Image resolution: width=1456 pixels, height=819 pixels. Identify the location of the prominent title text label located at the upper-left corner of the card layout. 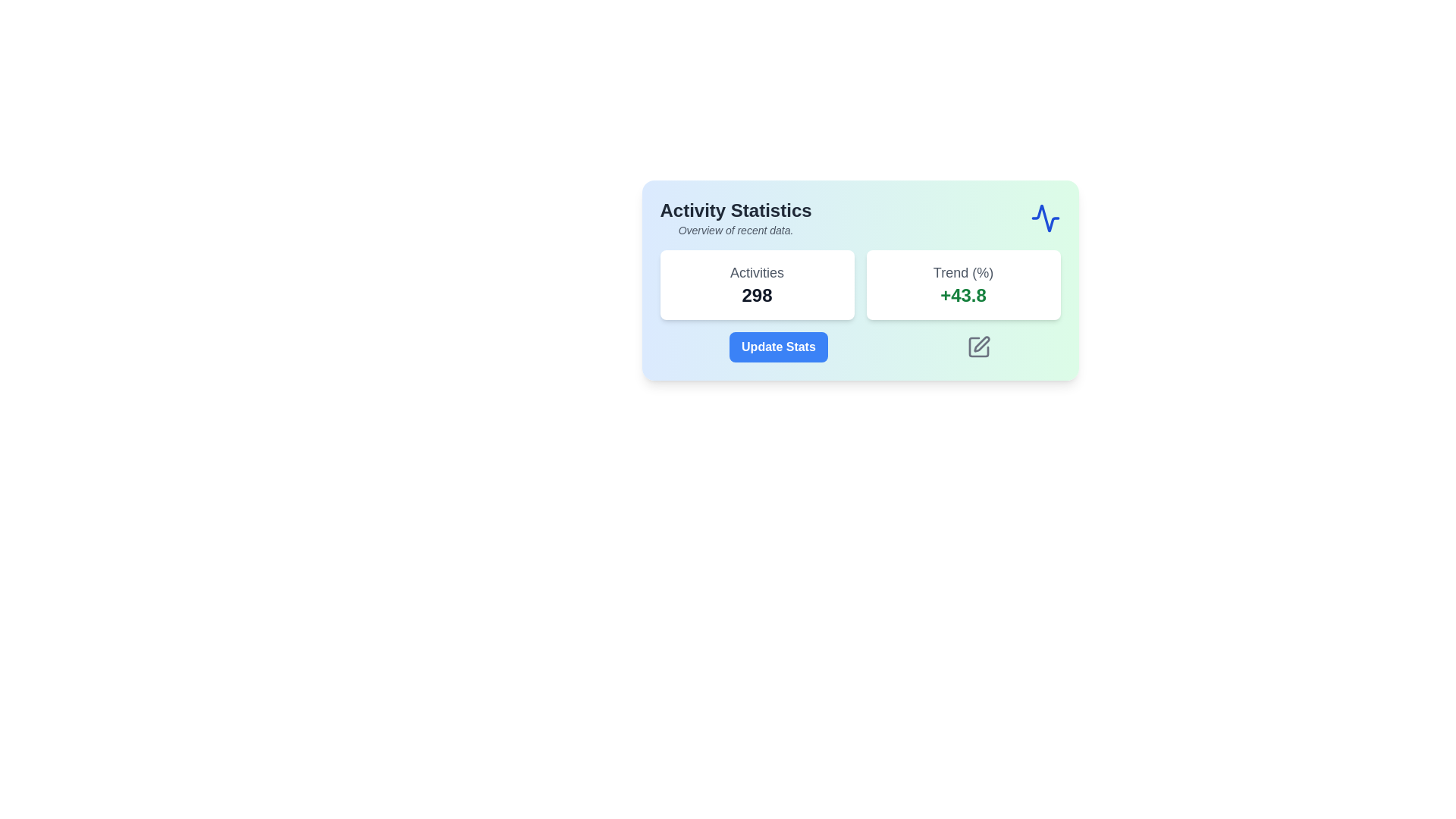
(736, 210).